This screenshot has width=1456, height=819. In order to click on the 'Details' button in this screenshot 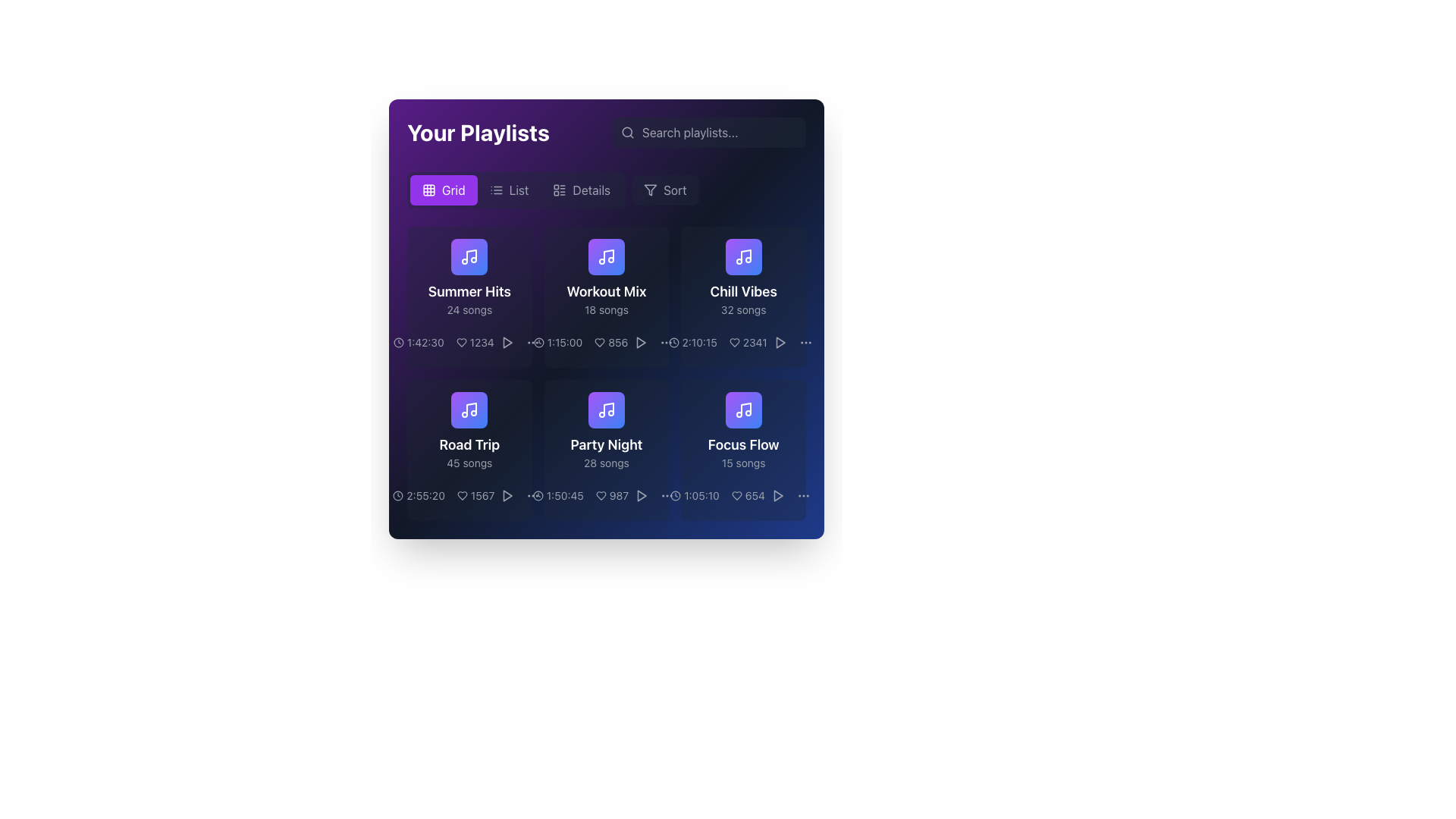, I will do `click(581, 189)`.